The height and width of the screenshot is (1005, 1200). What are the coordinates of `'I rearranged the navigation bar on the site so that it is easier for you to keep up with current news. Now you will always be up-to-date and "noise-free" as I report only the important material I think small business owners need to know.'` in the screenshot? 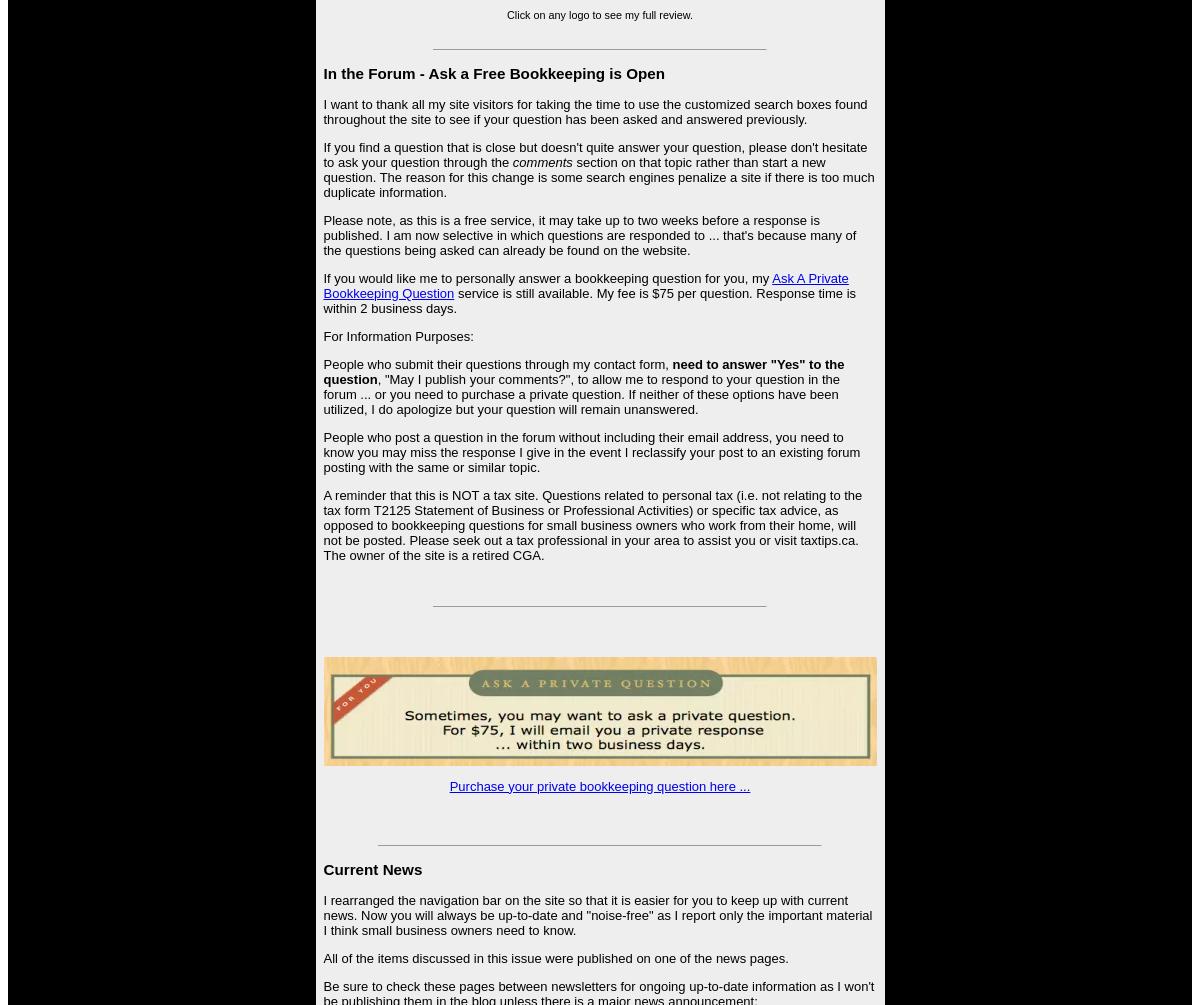 It's located at (596, 914).